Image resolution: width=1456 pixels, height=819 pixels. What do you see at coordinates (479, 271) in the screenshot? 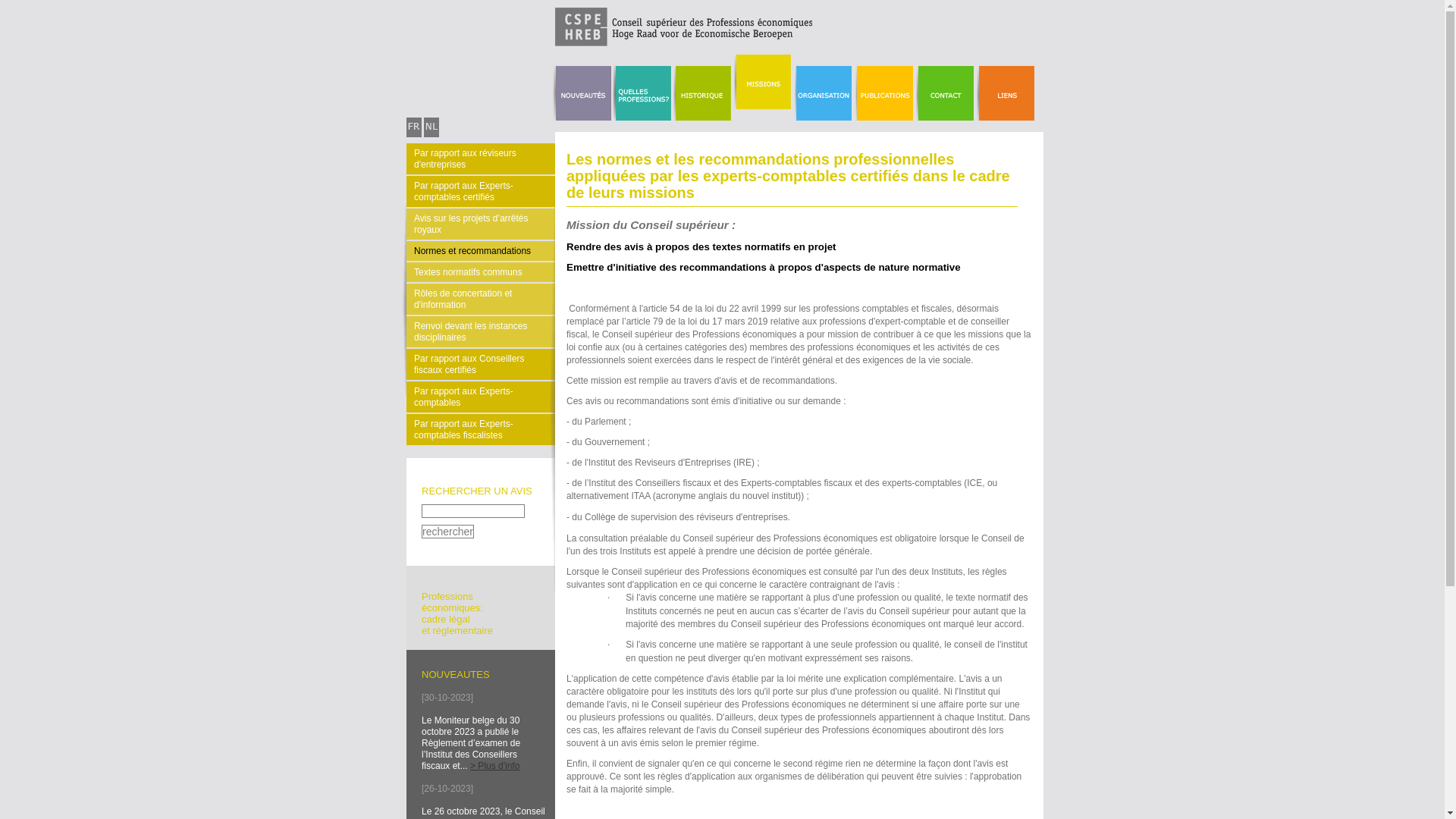
I see `'Textes normatifs communs'` at bounding box center [479, 271].